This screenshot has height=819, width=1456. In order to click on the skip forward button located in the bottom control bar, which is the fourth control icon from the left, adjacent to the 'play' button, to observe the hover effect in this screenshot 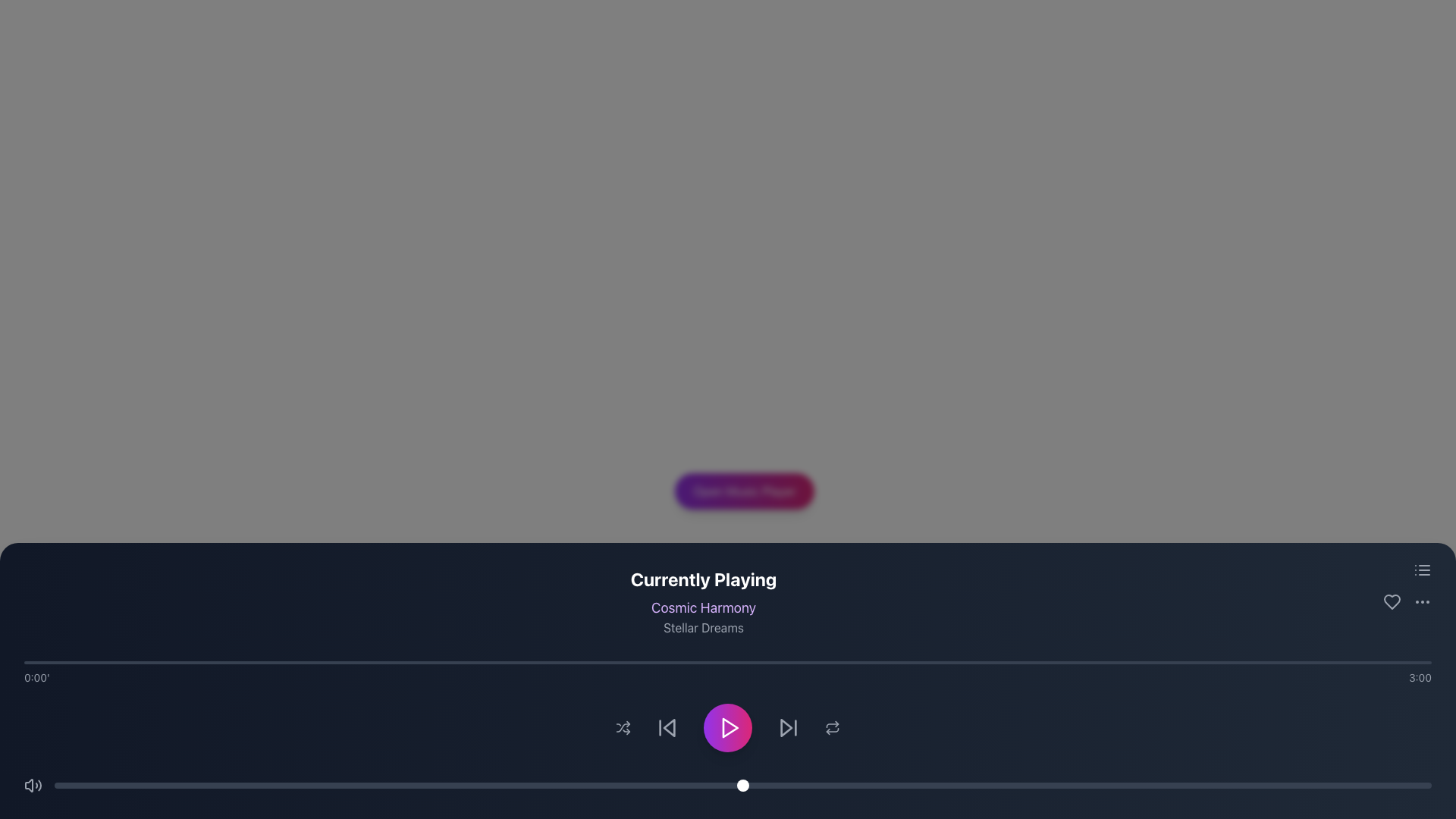, I will do `click(789, 727)`.